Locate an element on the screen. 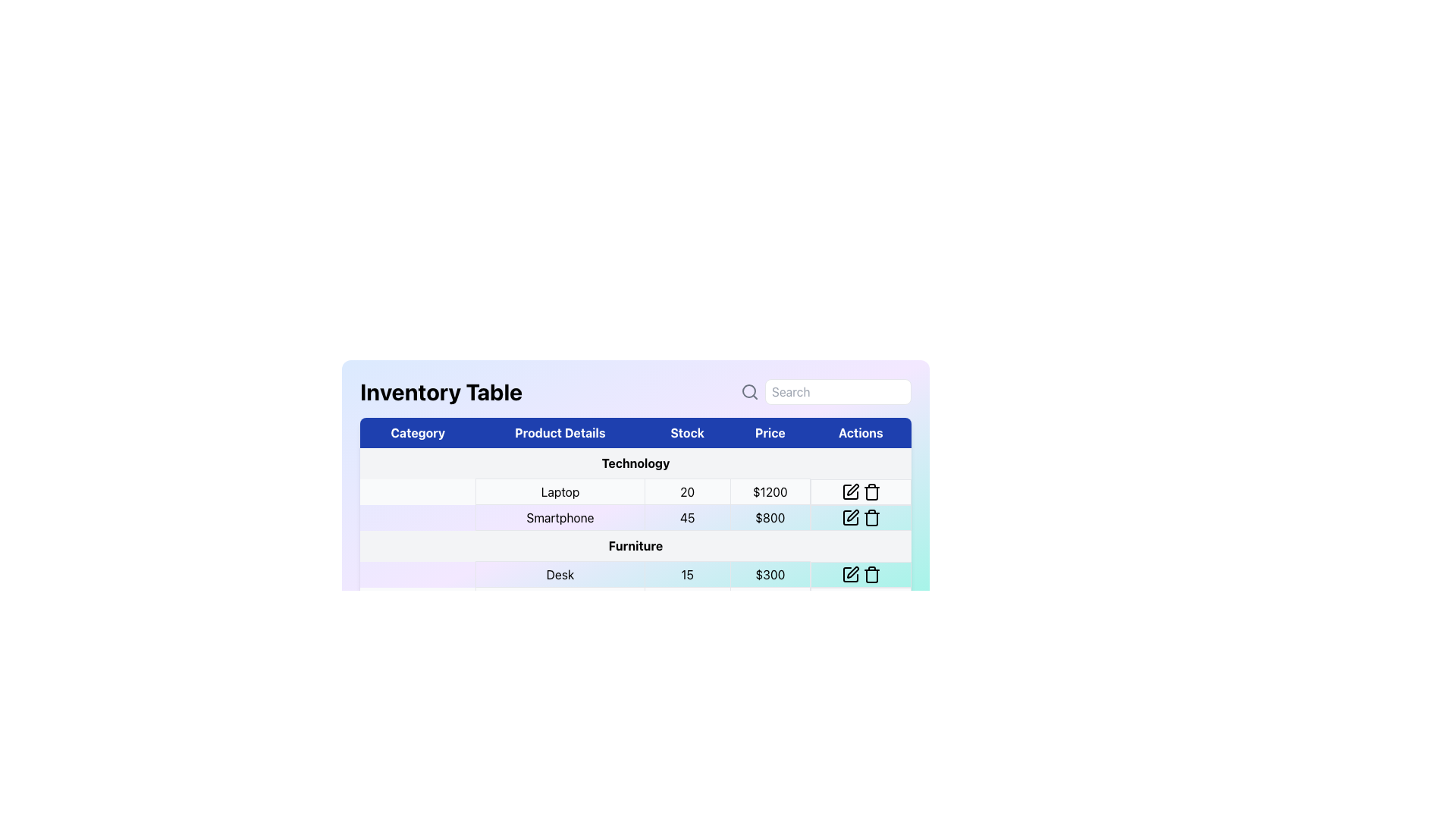 Image resolution: width=1456 pixels, height=819 pixels. the edit tool button located in the 'Actions' column of the second row under the 'Technology' category to initiate editing is located at coordinates (850, 516).